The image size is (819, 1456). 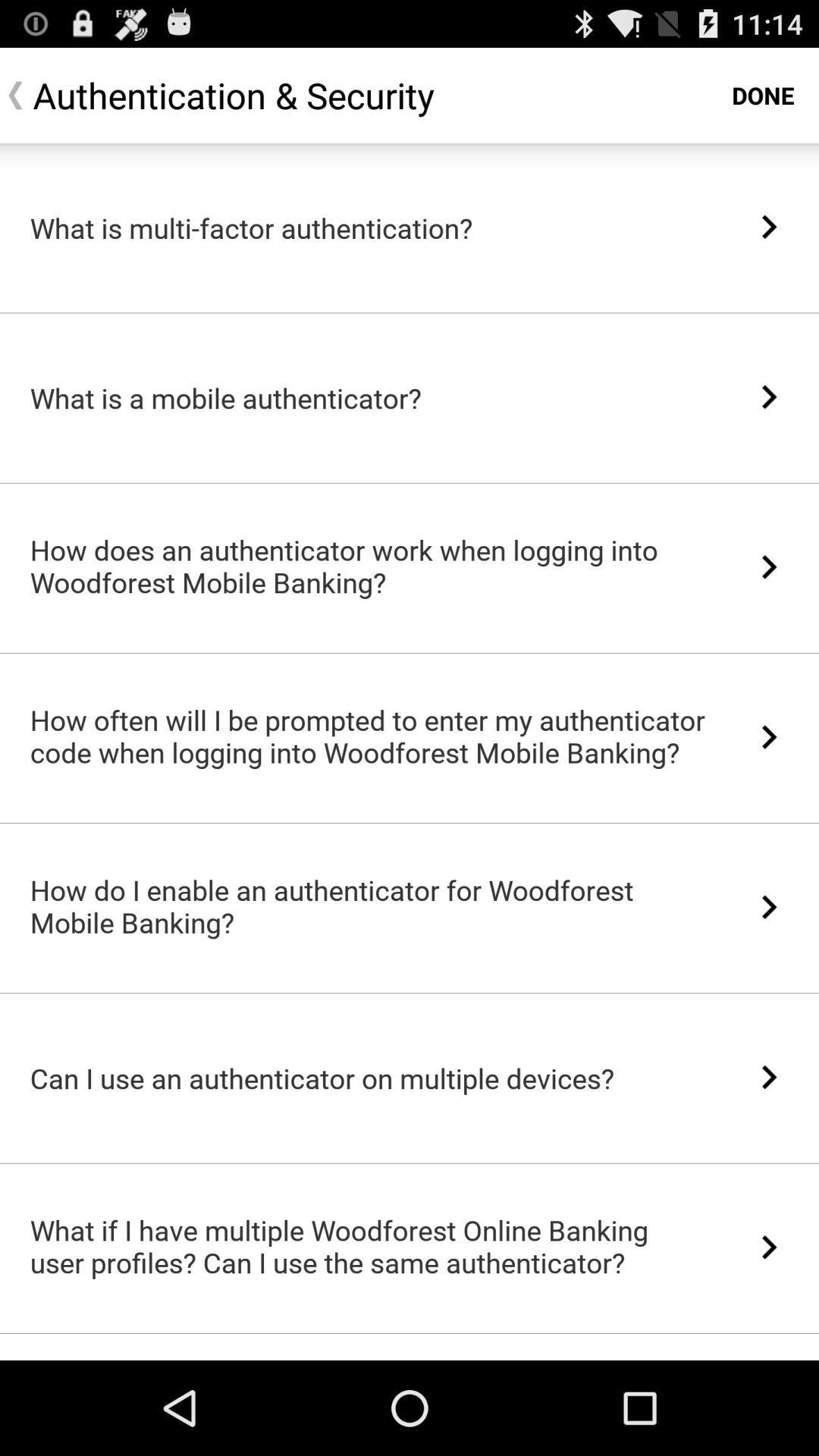 What do you see at coordinates (409, 482) in the screenshot?
I see `the icon above how does an` at bounding box center [409, 482].